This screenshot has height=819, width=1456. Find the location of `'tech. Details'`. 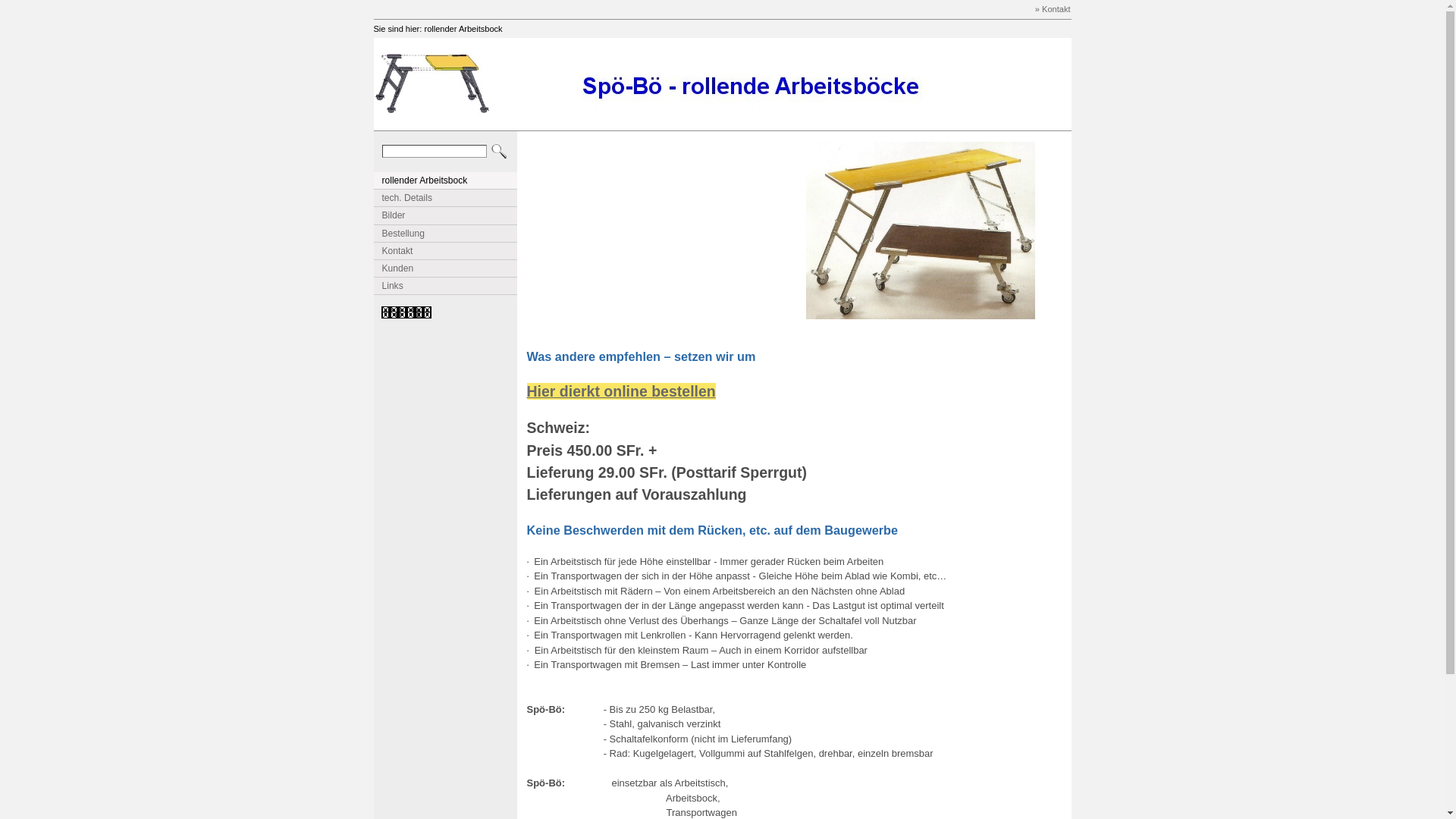

'tech. Details' is located at coordinates (375, 197).